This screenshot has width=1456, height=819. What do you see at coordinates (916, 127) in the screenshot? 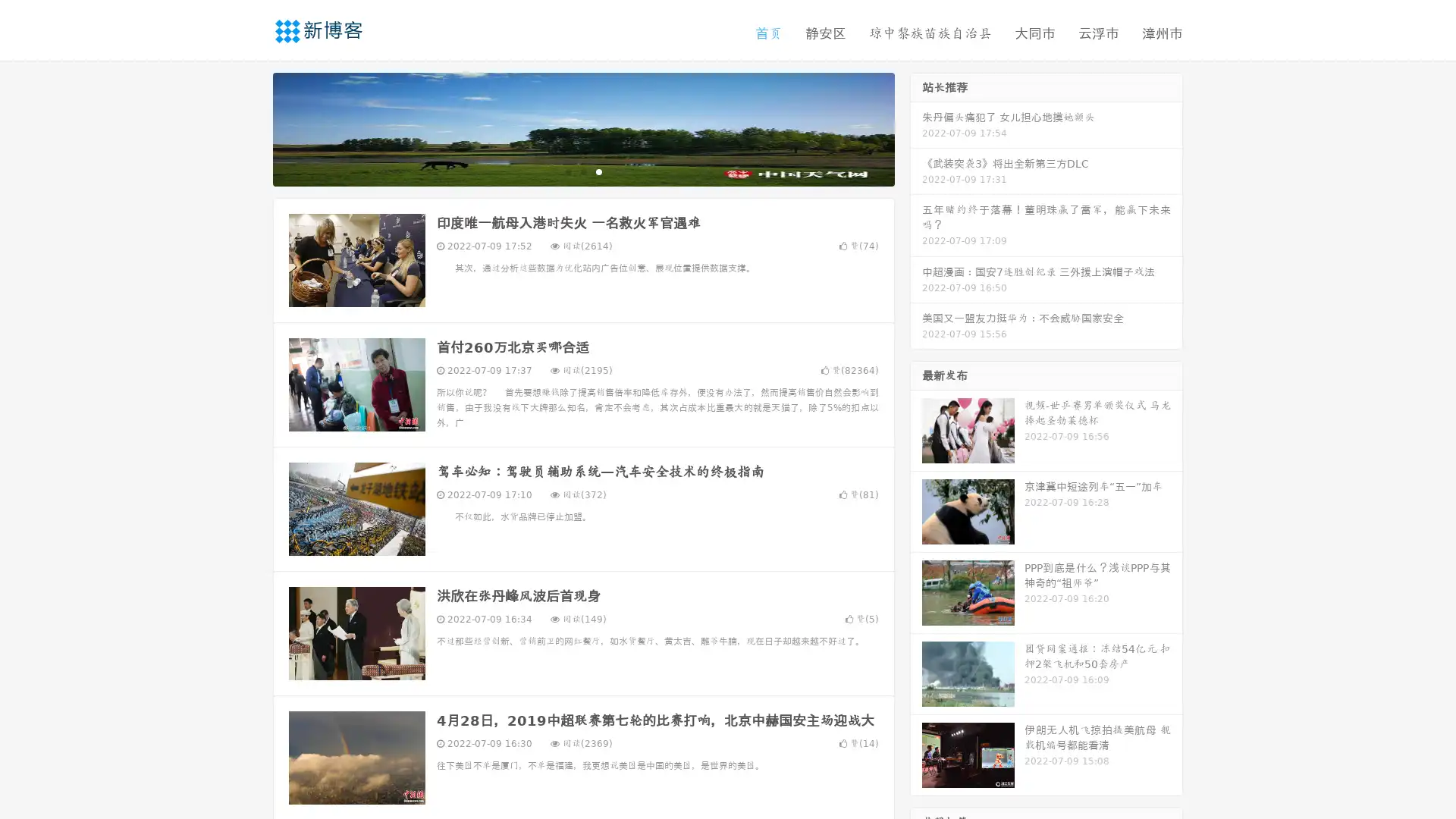
I see `Next slide` at bounding box center [916, 127].